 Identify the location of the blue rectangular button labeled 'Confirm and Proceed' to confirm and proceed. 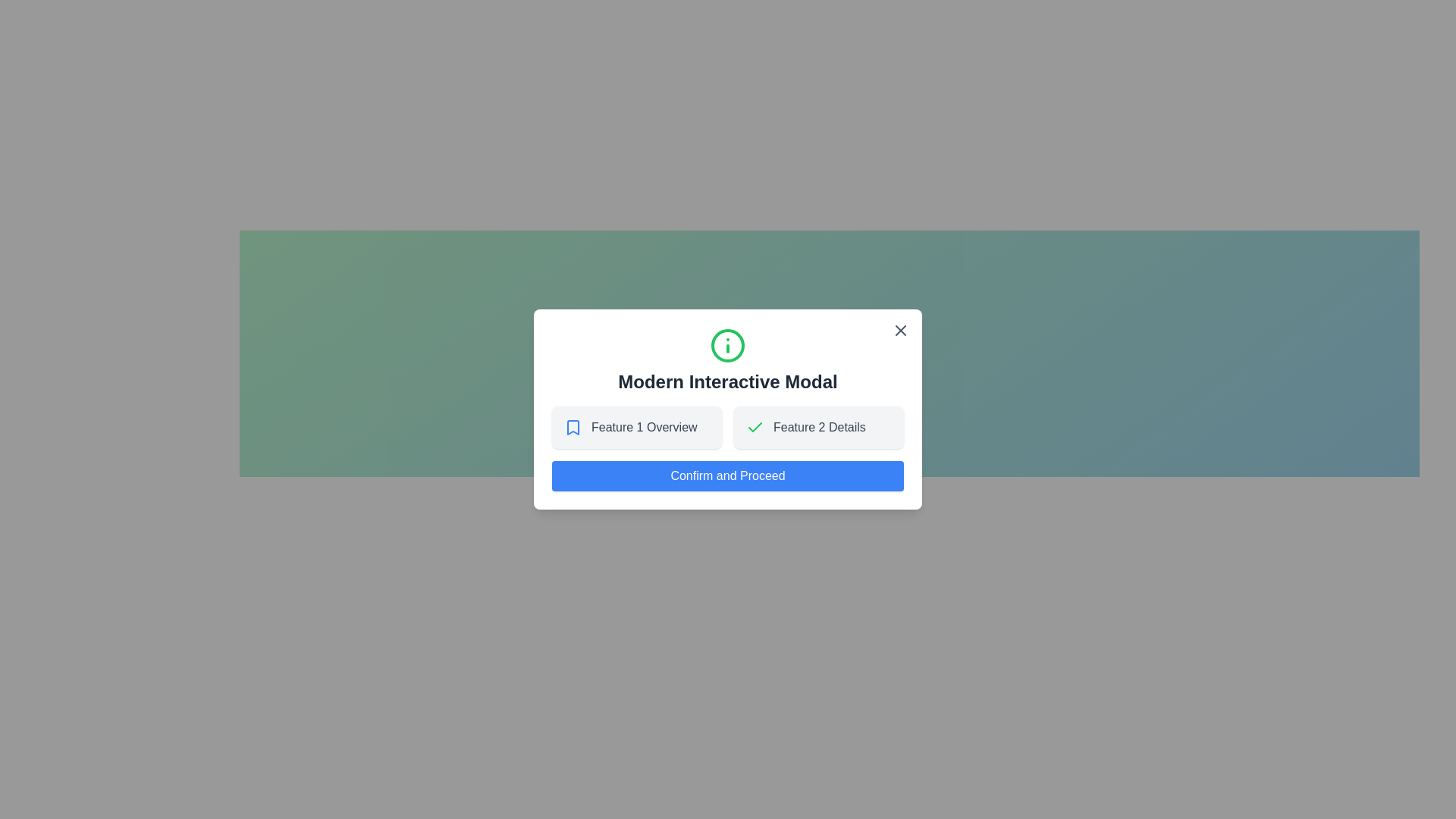
(728, 475).